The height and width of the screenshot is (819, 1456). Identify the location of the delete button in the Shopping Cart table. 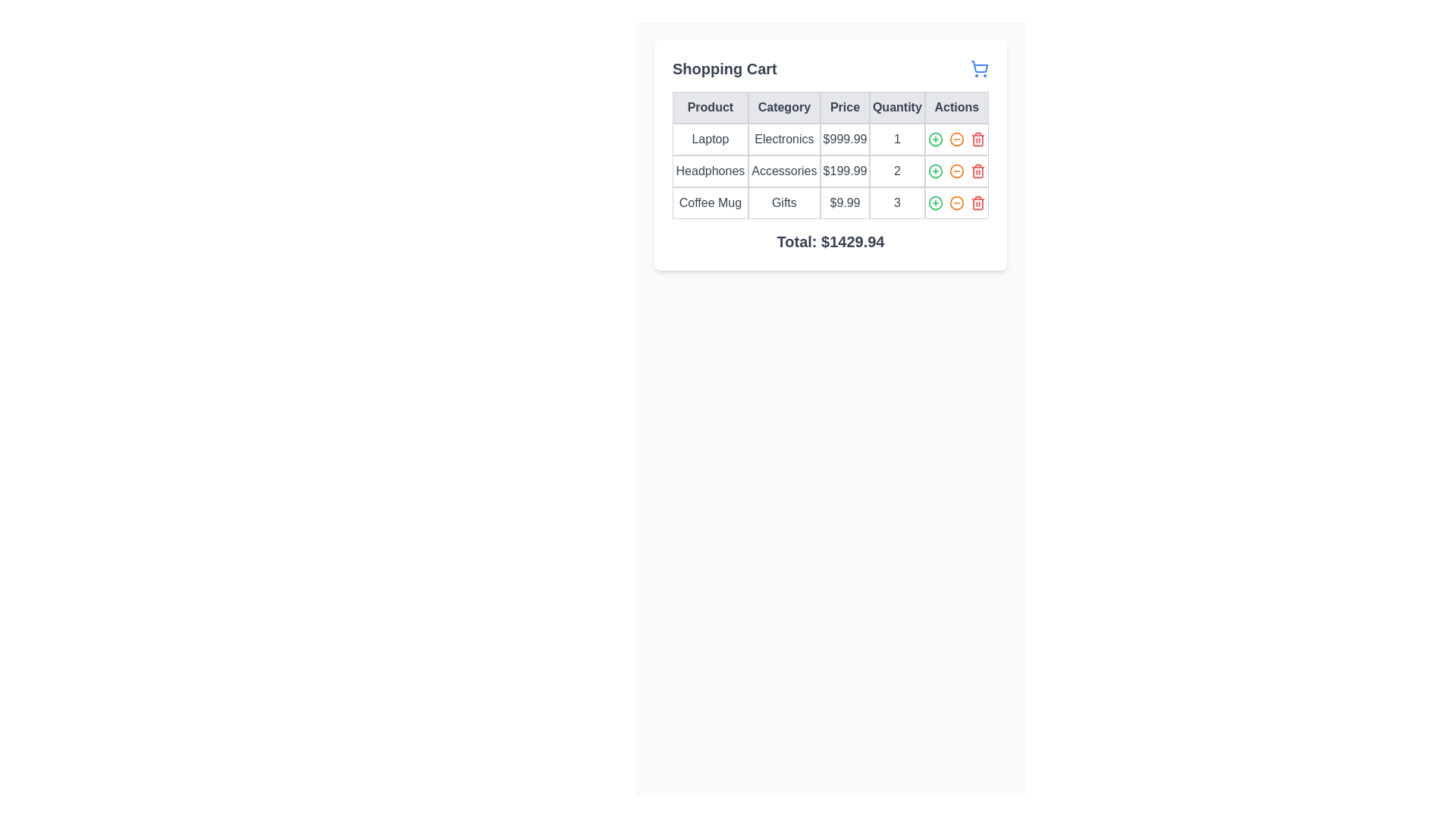
(977, 202).